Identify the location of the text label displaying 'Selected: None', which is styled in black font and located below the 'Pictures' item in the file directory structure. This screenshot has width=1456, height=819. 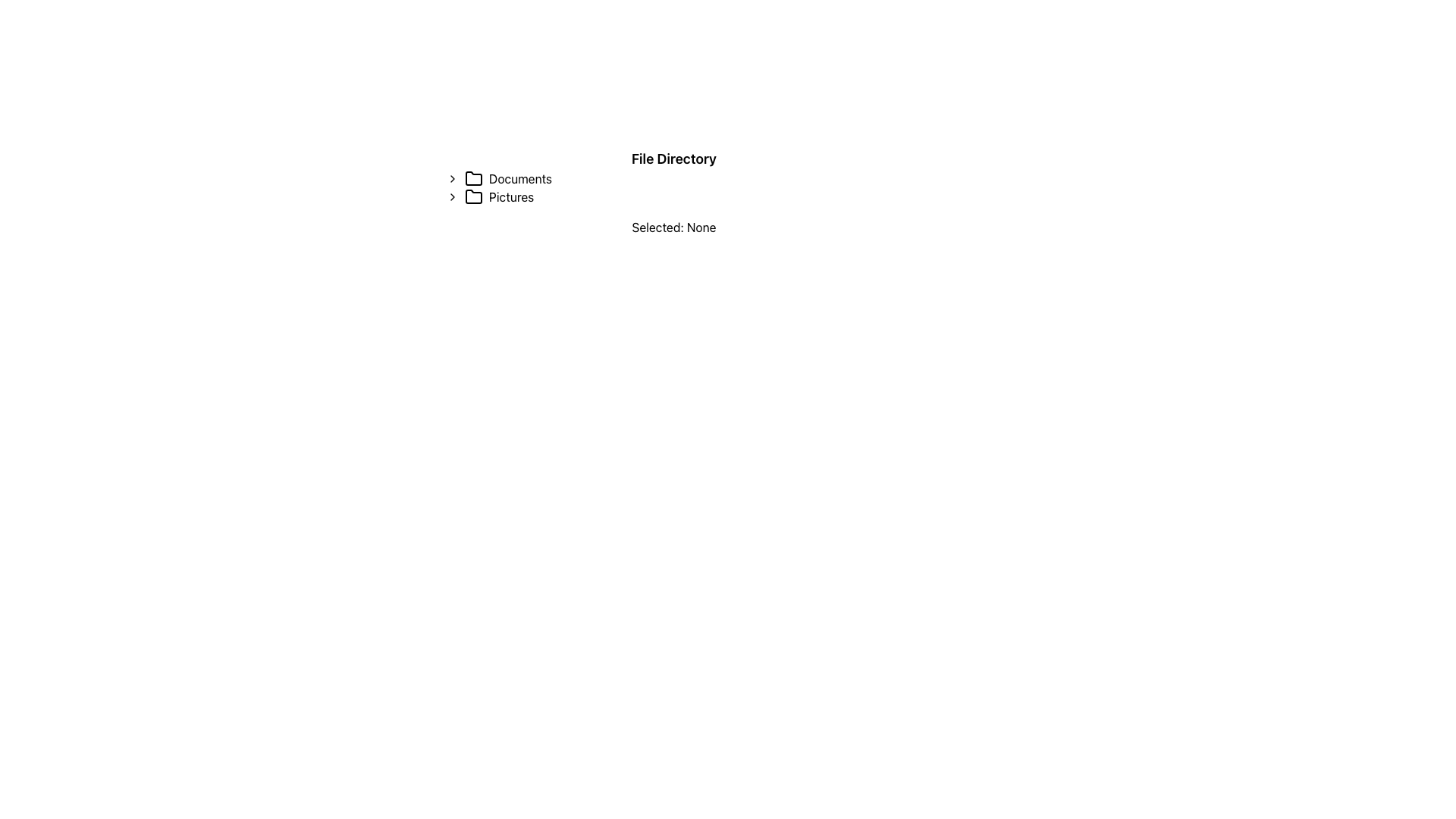
(673, 227).